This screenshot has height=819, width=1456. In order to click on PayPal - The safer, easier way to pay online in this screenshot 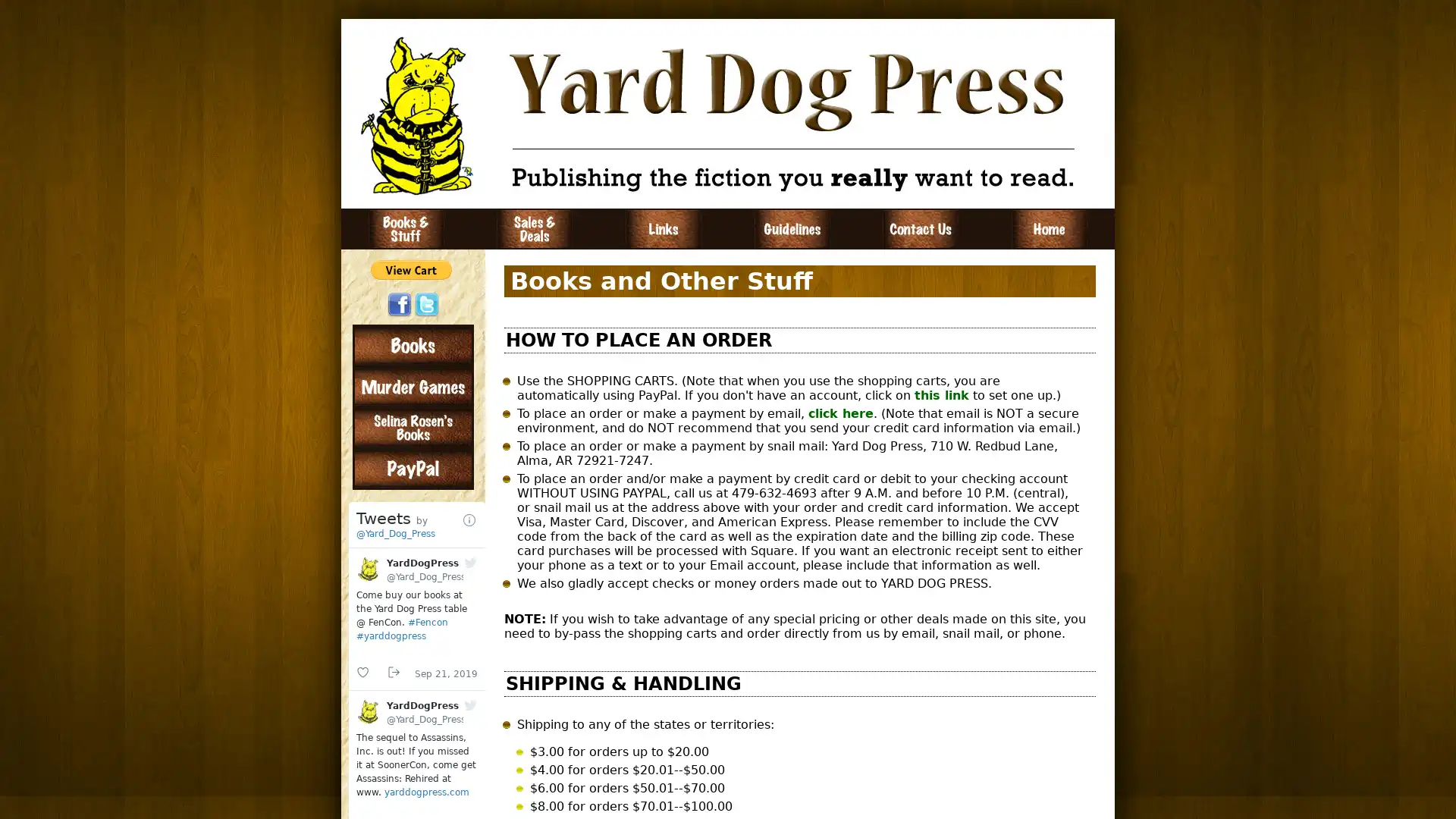, I will do `click(411, 268)`.